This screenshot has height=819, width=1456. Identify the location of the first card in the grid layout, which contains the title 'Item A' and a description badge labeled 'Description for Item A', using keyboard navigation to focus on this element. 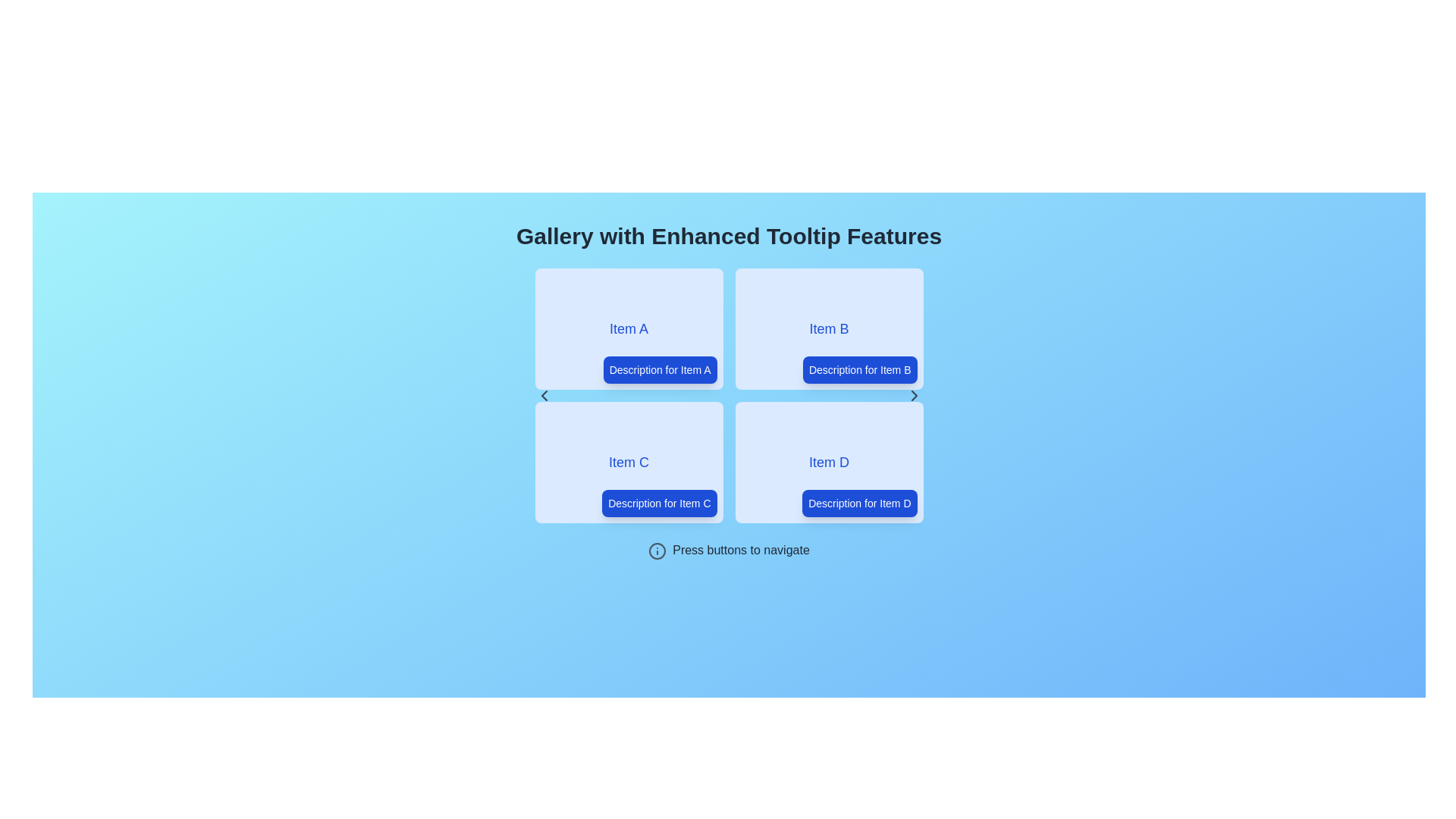
(629, 328).